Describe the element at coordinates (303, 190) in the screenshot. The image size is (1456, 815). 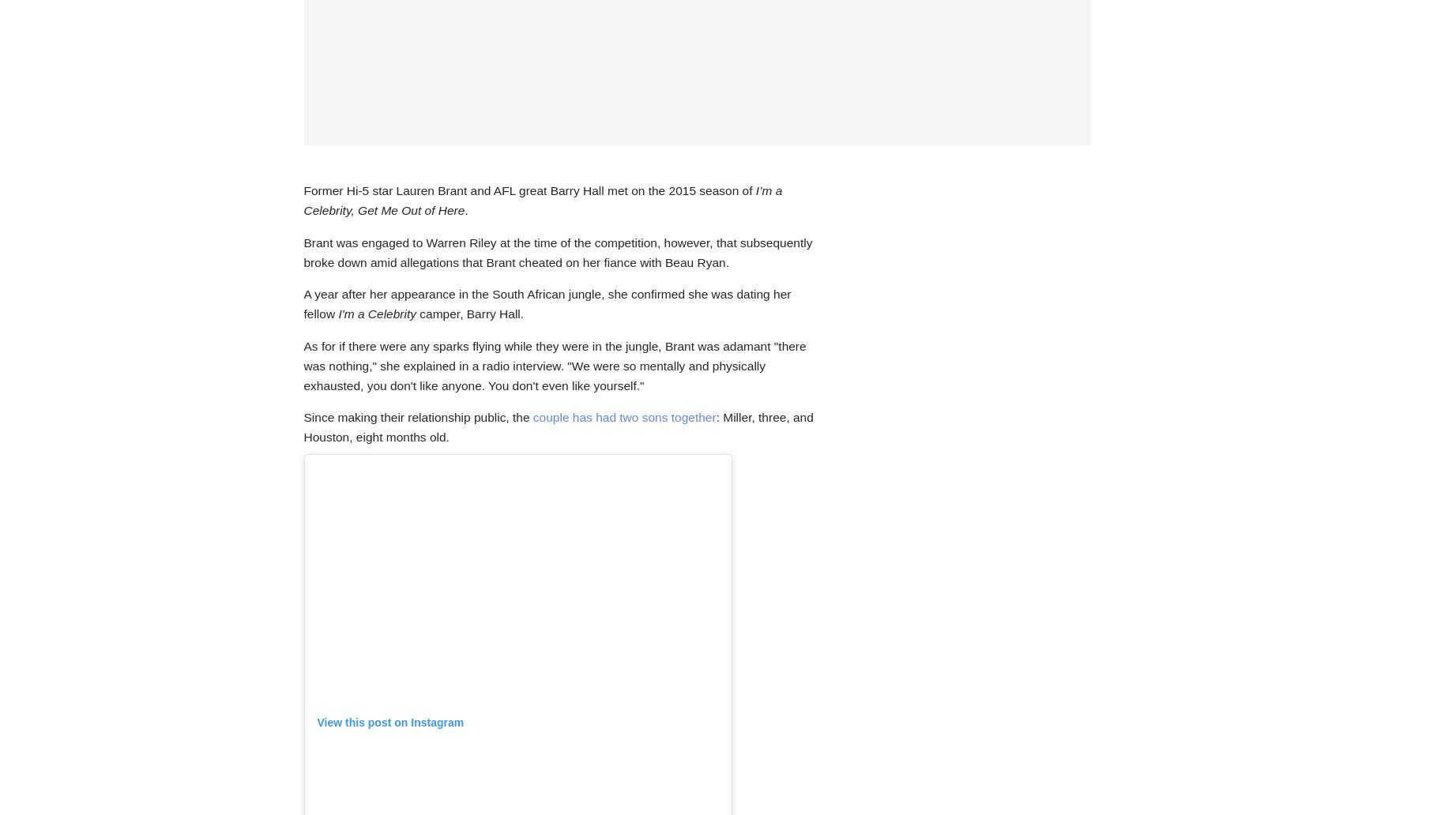
I see `'Former Hi-5 star Lauren Brant and AFL great Barry Hall met on the 2015 season of'` at that location.